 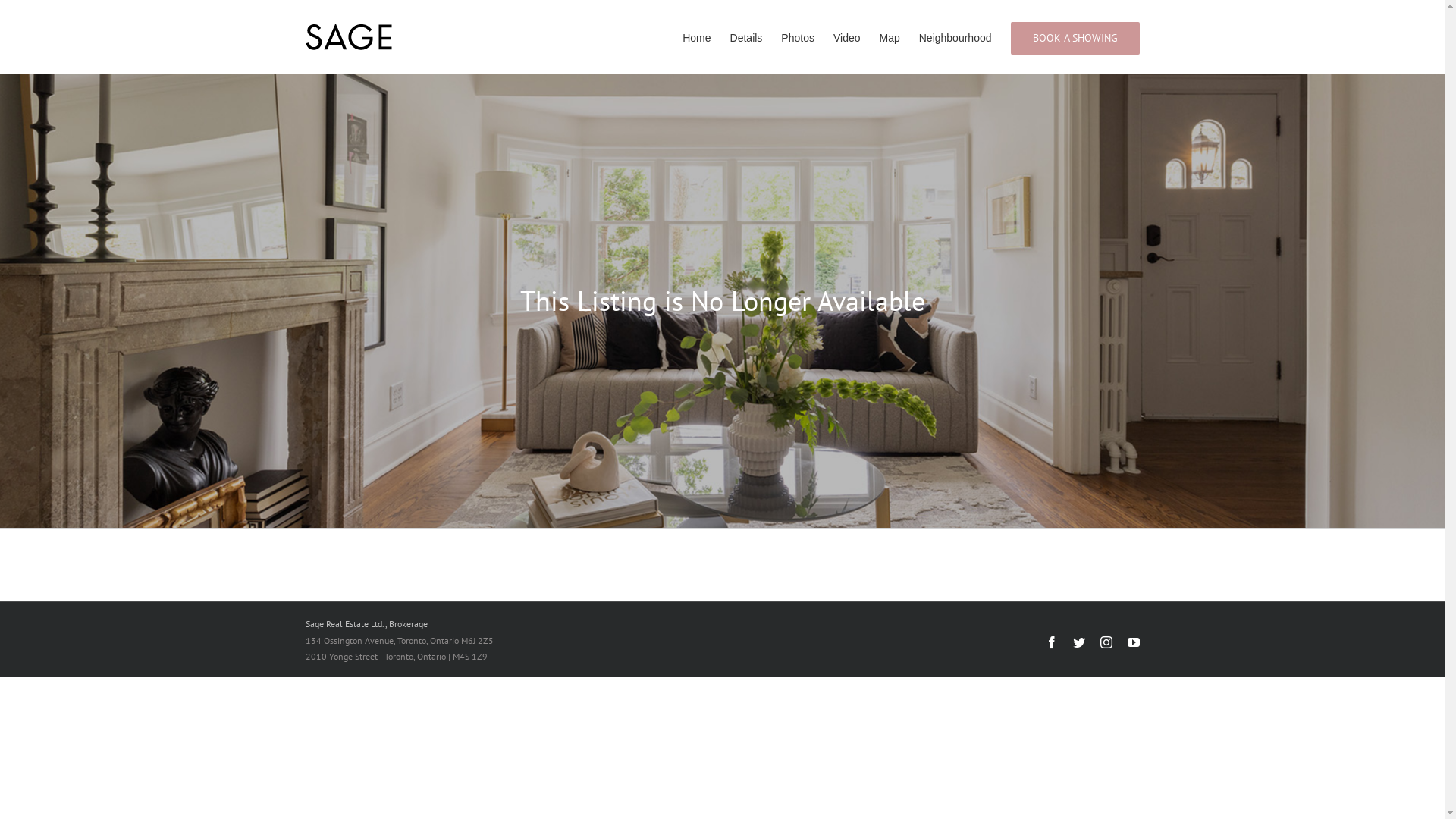 What do you see at coordinates (682, 36) in the screenshot?
I see `'Home'` at bounding box center [682, 36].